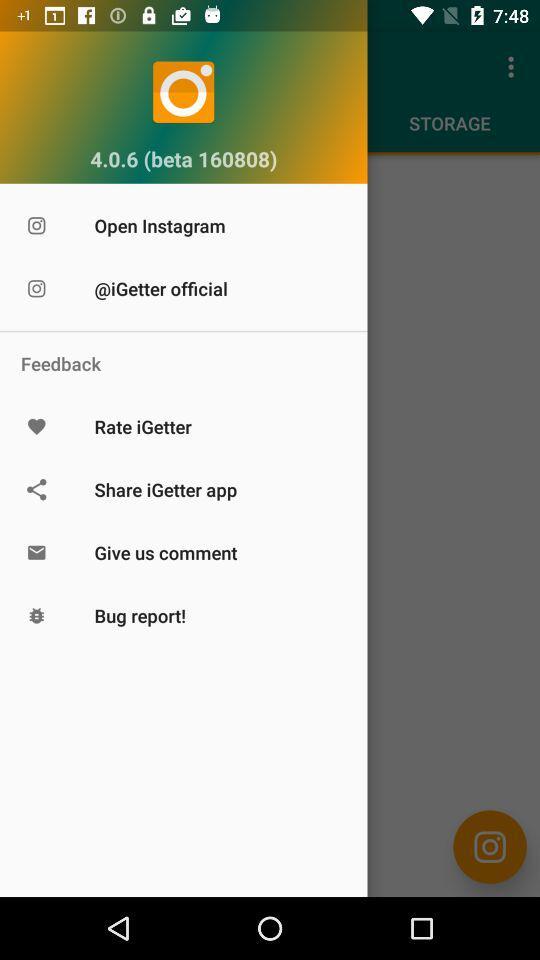  I want to click on the photo icon, so click(489, 846).